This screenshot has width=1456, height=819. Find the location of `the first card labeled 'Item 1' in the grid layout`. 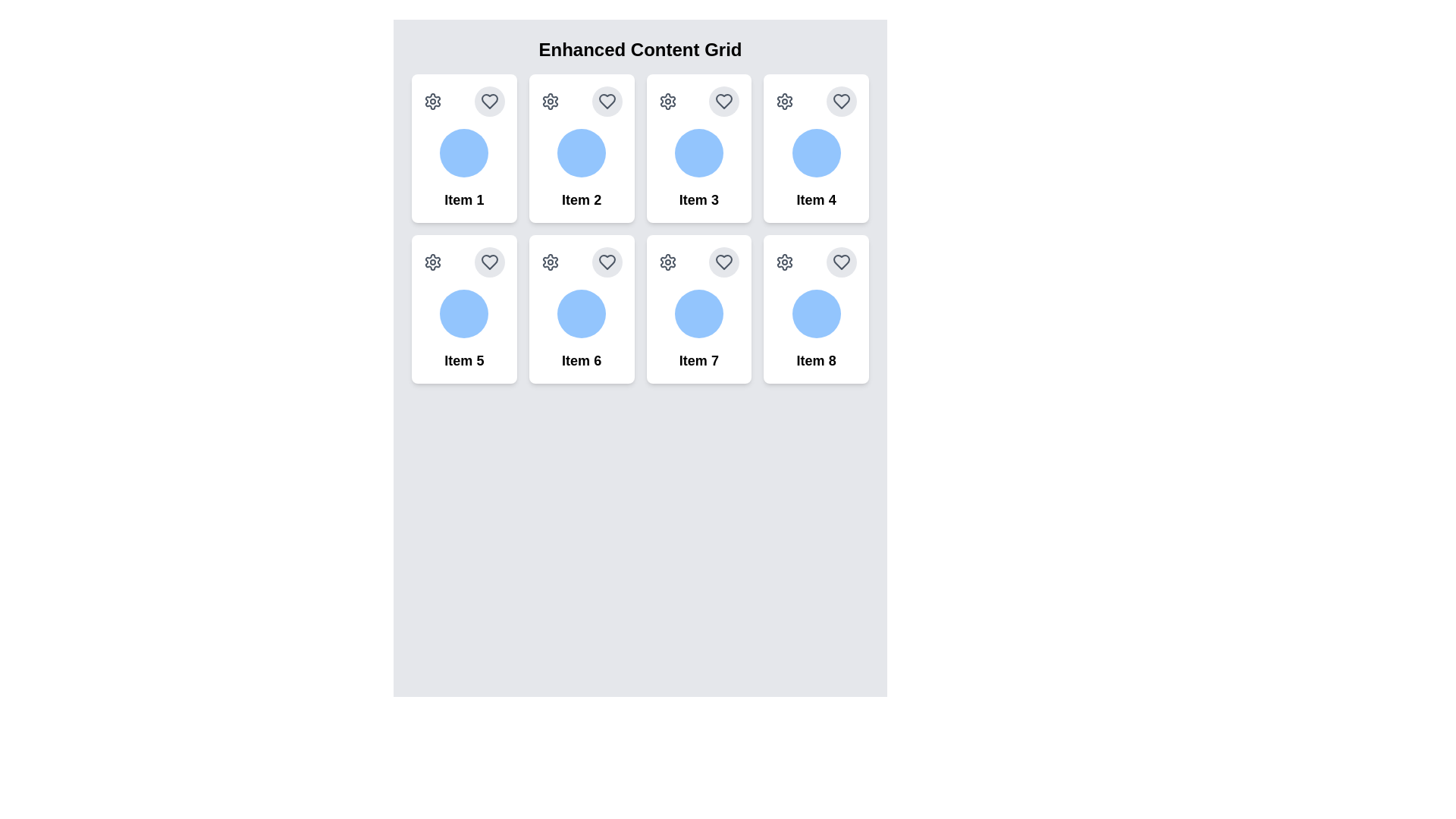

the first card labeled 'Item 1' in the grid layout is located at coordinates (463, 149).